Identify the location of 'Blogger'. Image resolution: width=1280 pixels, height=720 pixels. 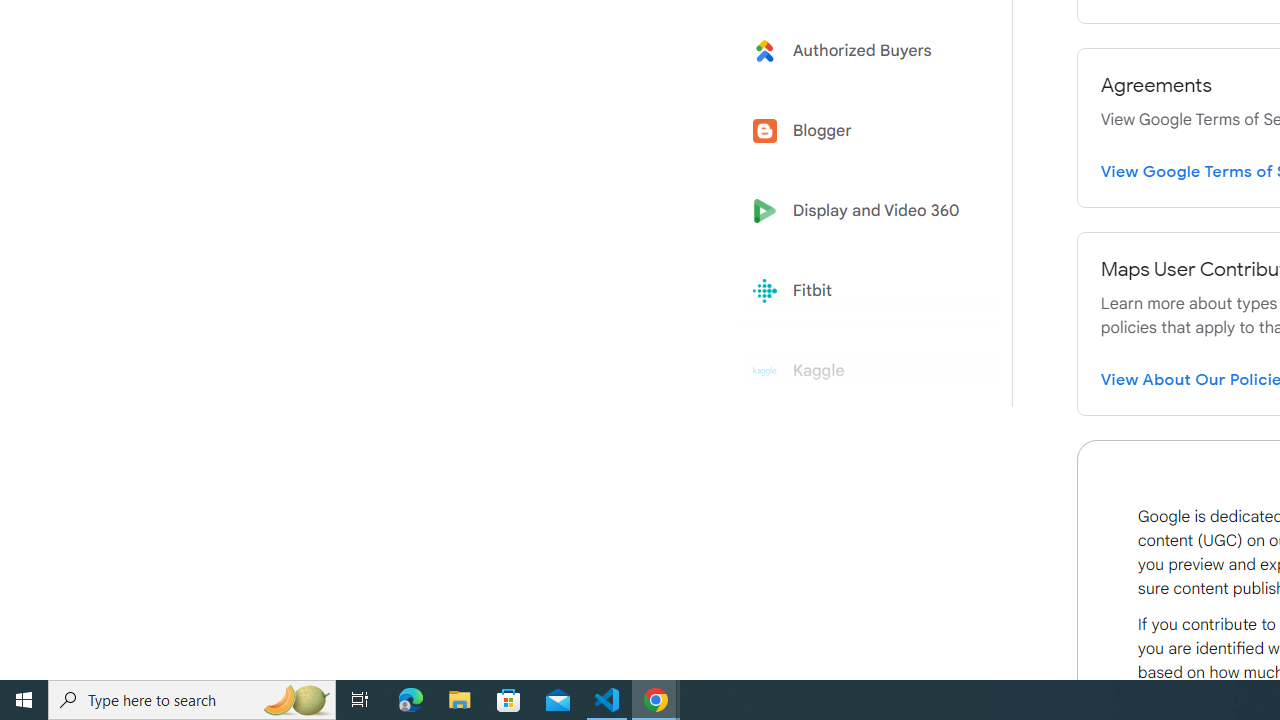
(862, 131).